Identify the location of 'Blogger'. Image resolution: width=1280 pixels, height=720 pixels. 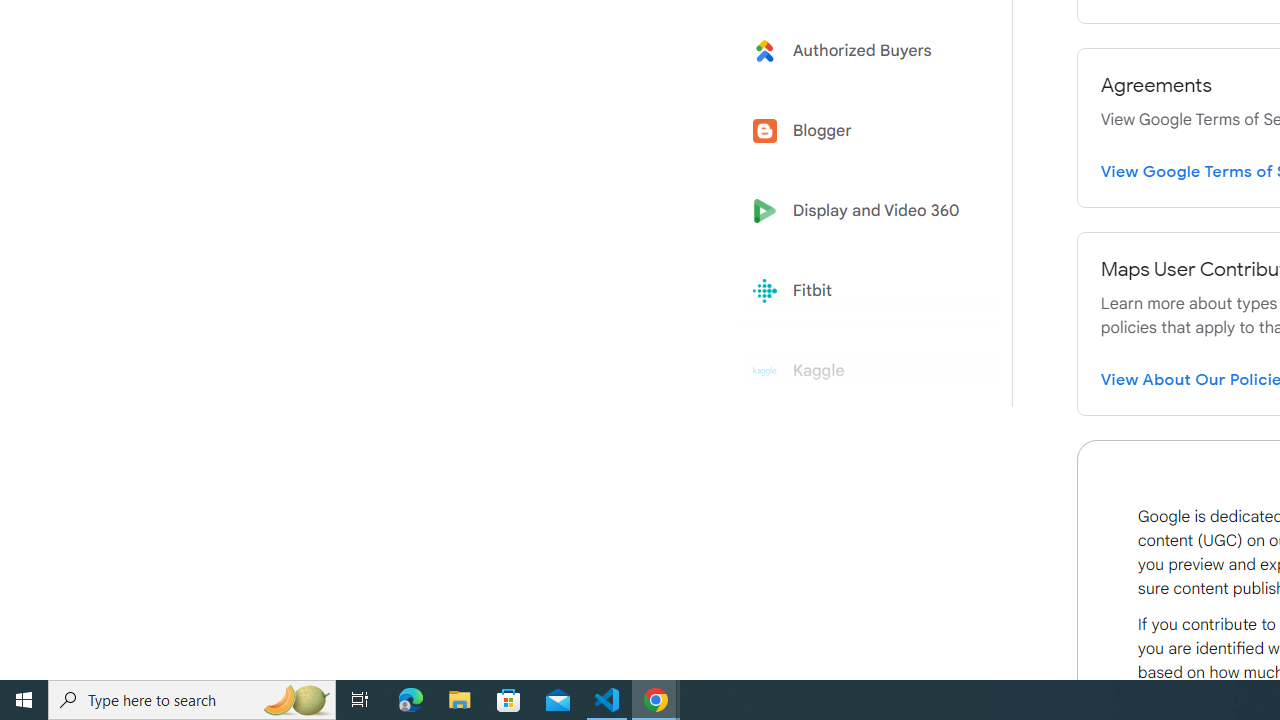
(862, 131).